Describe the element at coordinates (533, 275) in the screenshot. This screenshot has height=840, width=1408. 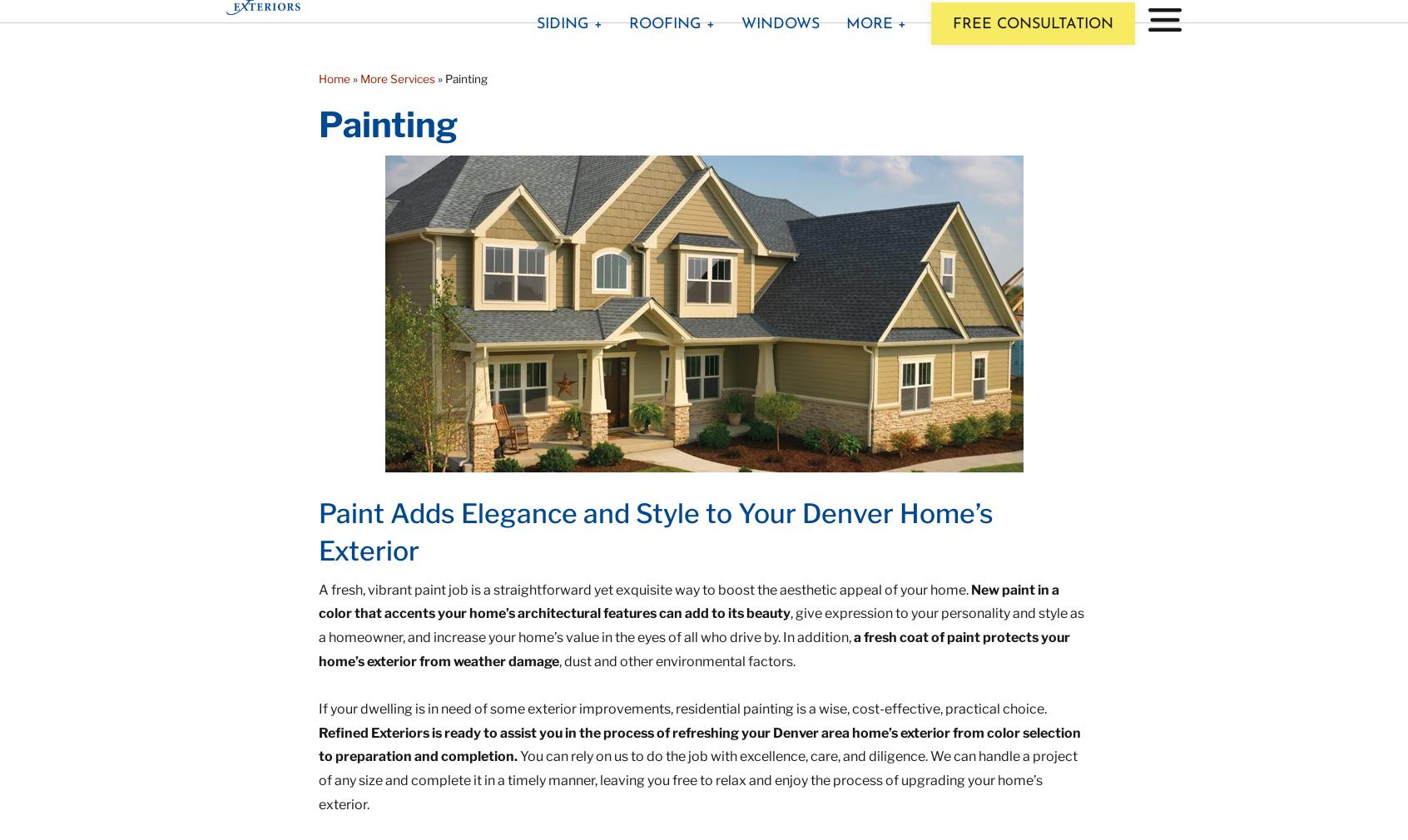
I see `'LP SmartSide'` at that location.